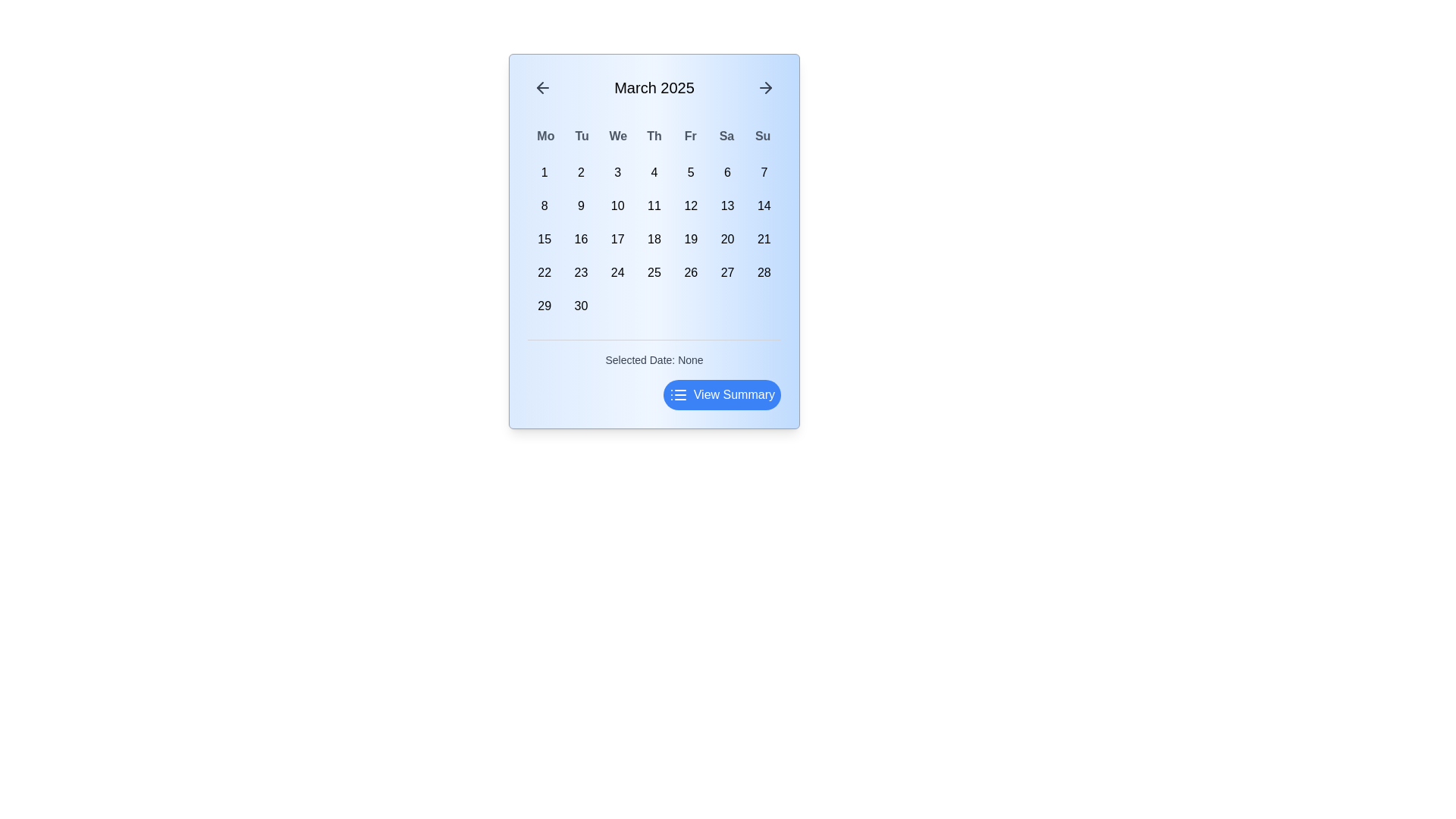 This screenshot has height=819, width=1456. What do you see at coordinates (542, 87) in the screenshot?
I see `the left-pointing arrow icon-based button located in the upper left corner of the calendar interface` at bounding box center [542, 87].